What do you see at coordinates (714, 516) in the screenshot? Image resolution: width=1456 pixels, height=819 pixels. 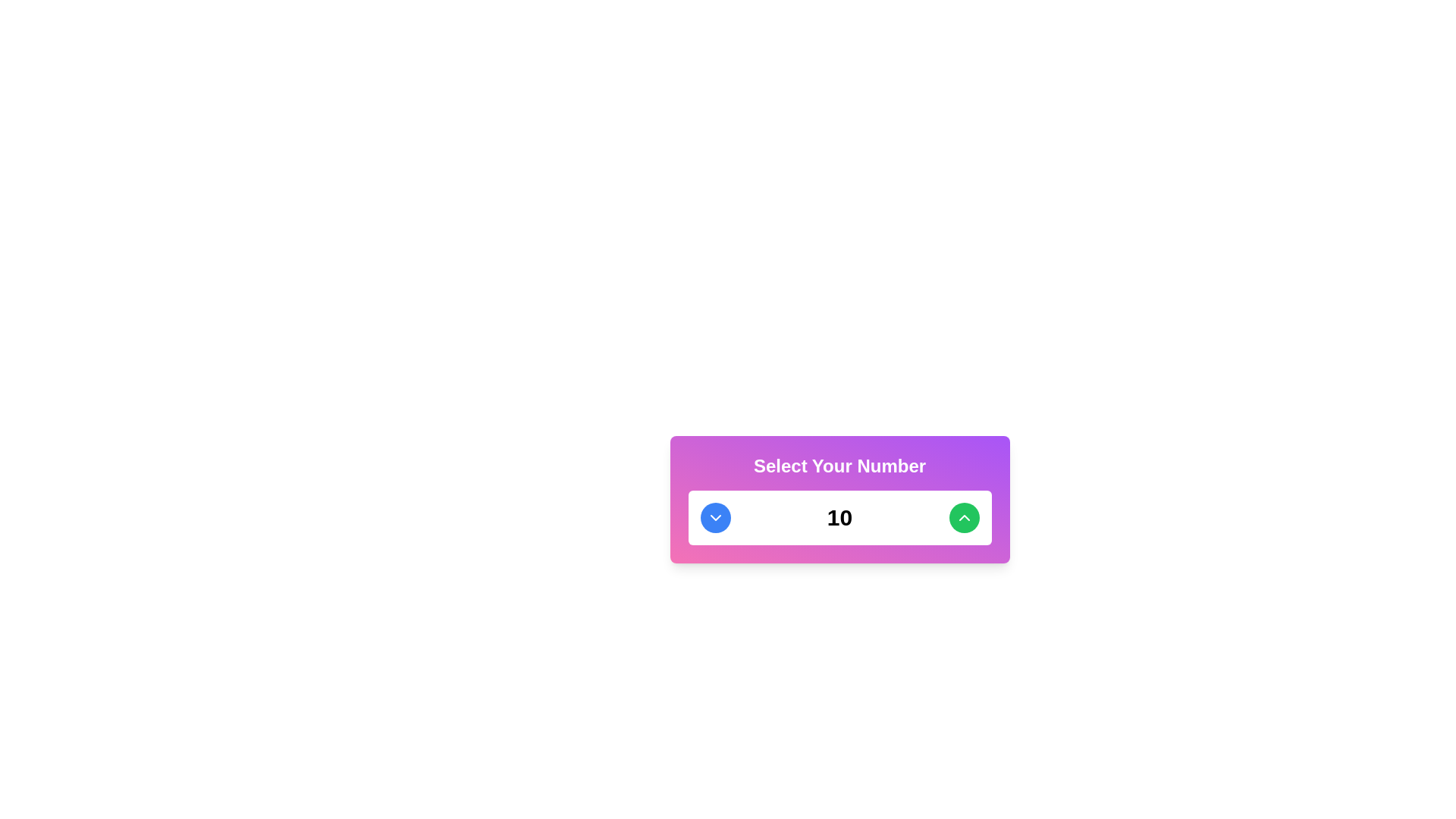 I see `the leftmost decrement button located to the left of the displayed number` at bounding box center [714, 516].